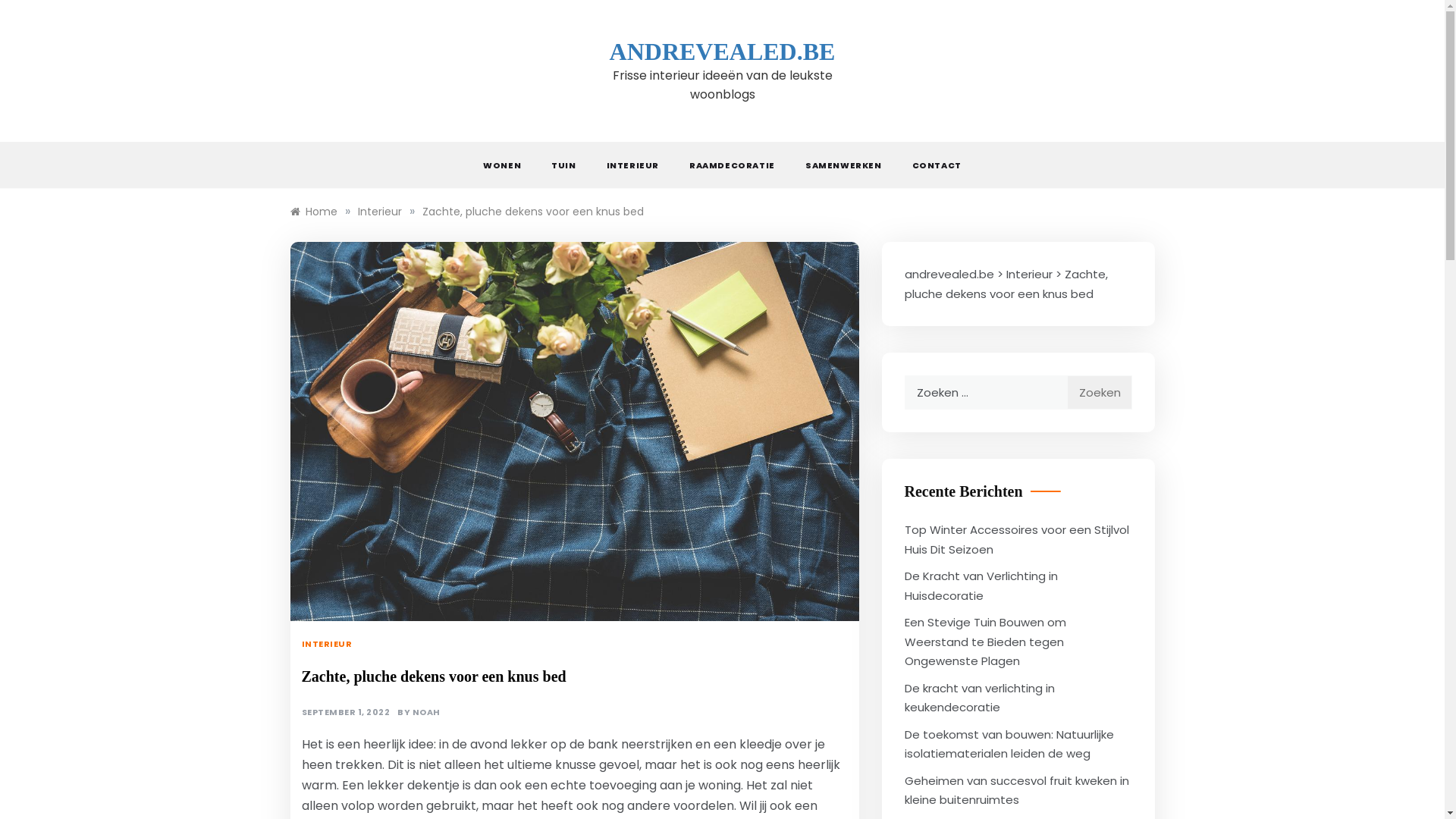 The width and height of the screenshot is (1456, 819). Describe the element at coordinates (1099, 391) in the screenshot. I see `'Zoeken'` at that location.